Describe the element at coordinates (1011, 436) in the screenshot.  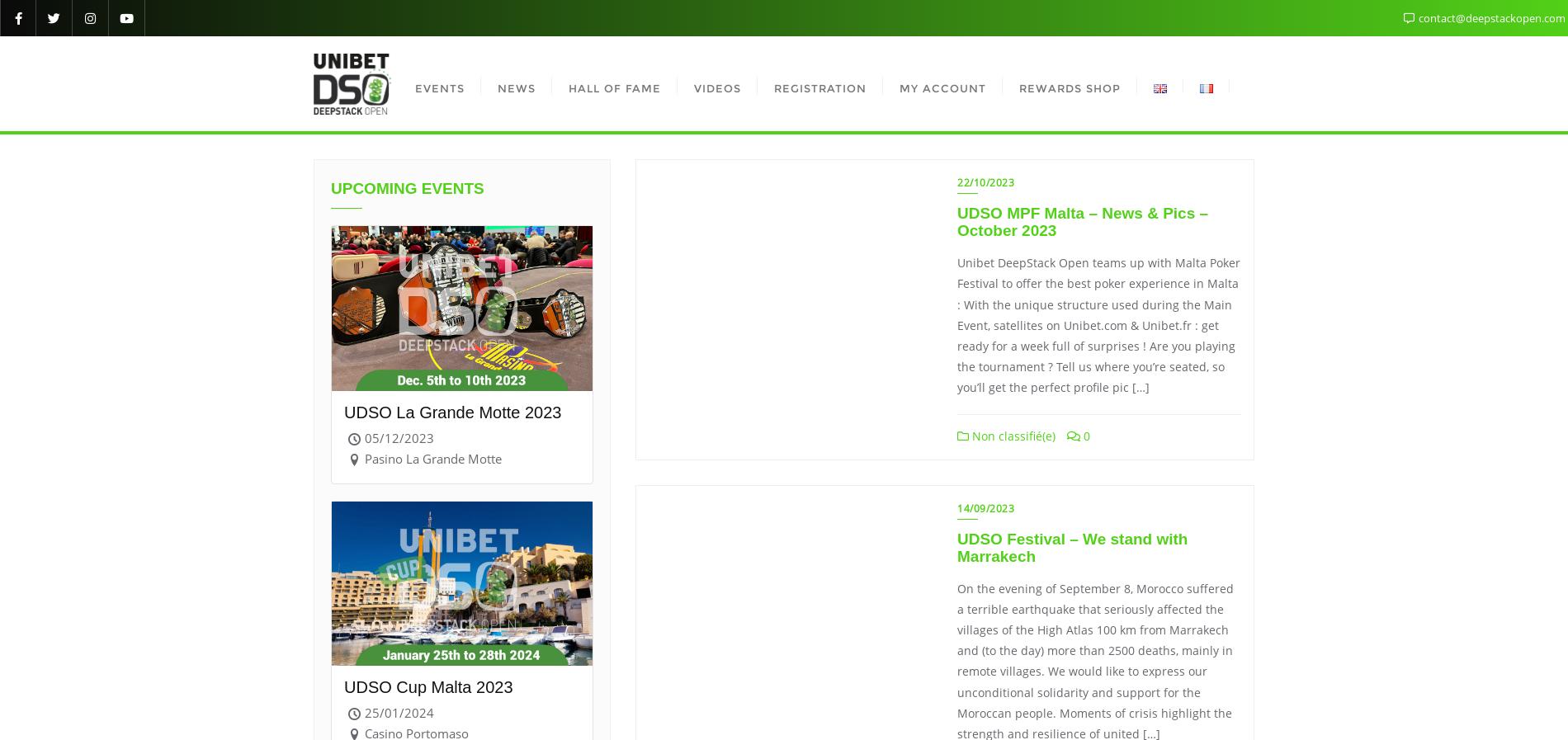
I see `'Non classifié(e)'` at that location.